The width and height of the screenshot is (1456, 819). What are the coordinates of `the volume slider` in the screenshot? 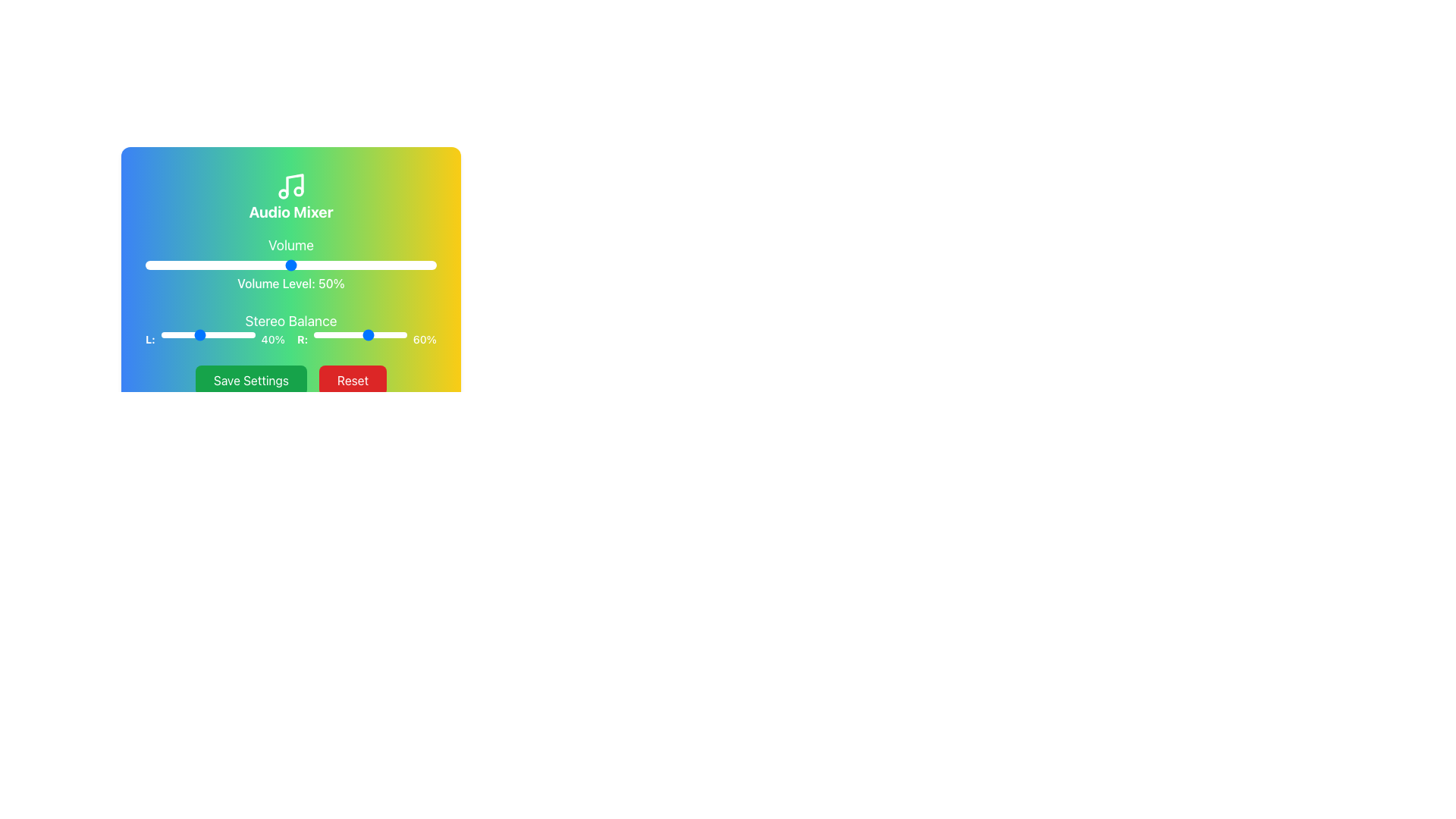 It's located at (340, 265).